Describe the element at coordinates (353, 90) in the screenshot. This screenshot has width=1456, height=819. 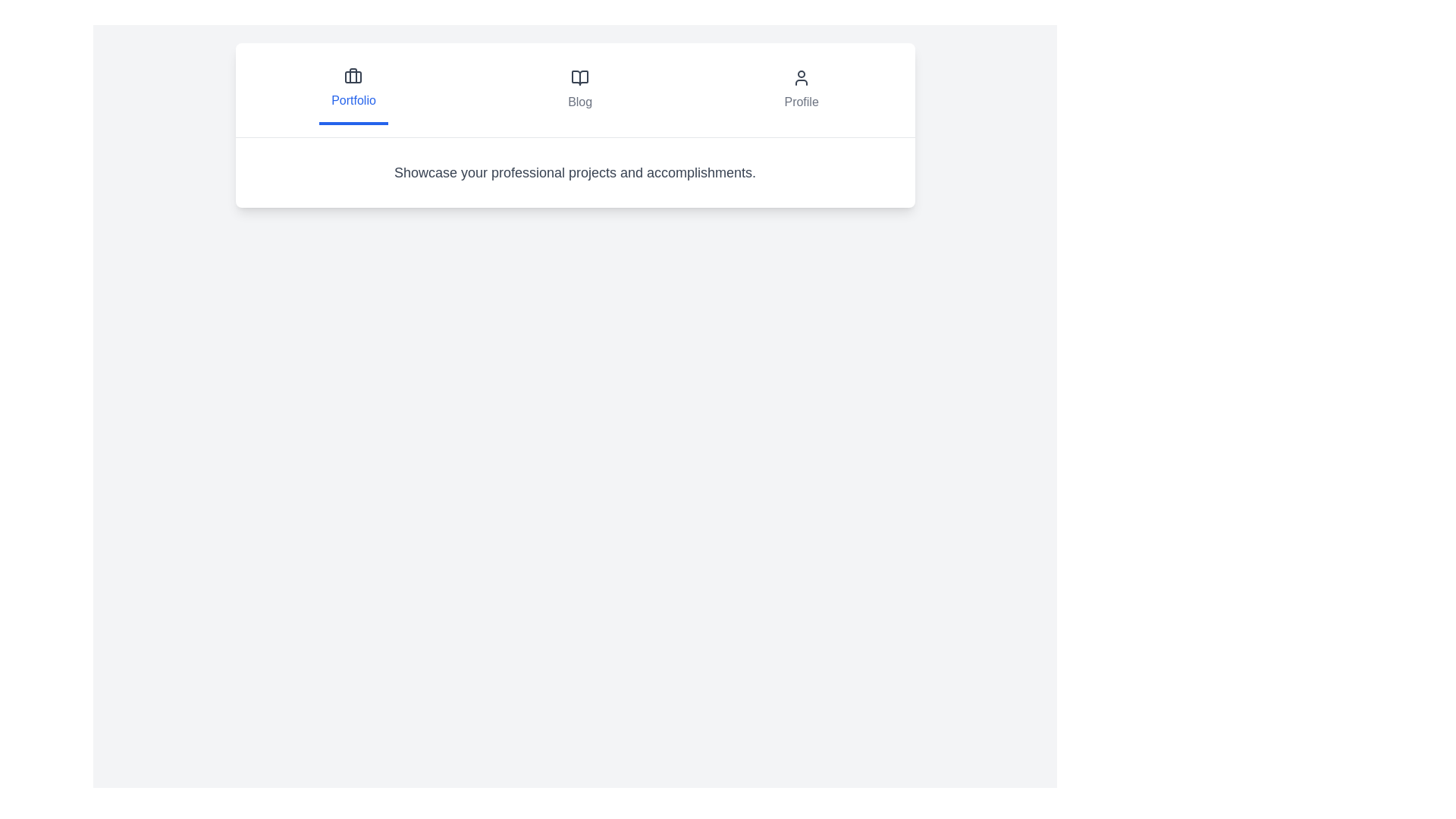
I see `the tab labeled Portfolio to view its content` at that location.